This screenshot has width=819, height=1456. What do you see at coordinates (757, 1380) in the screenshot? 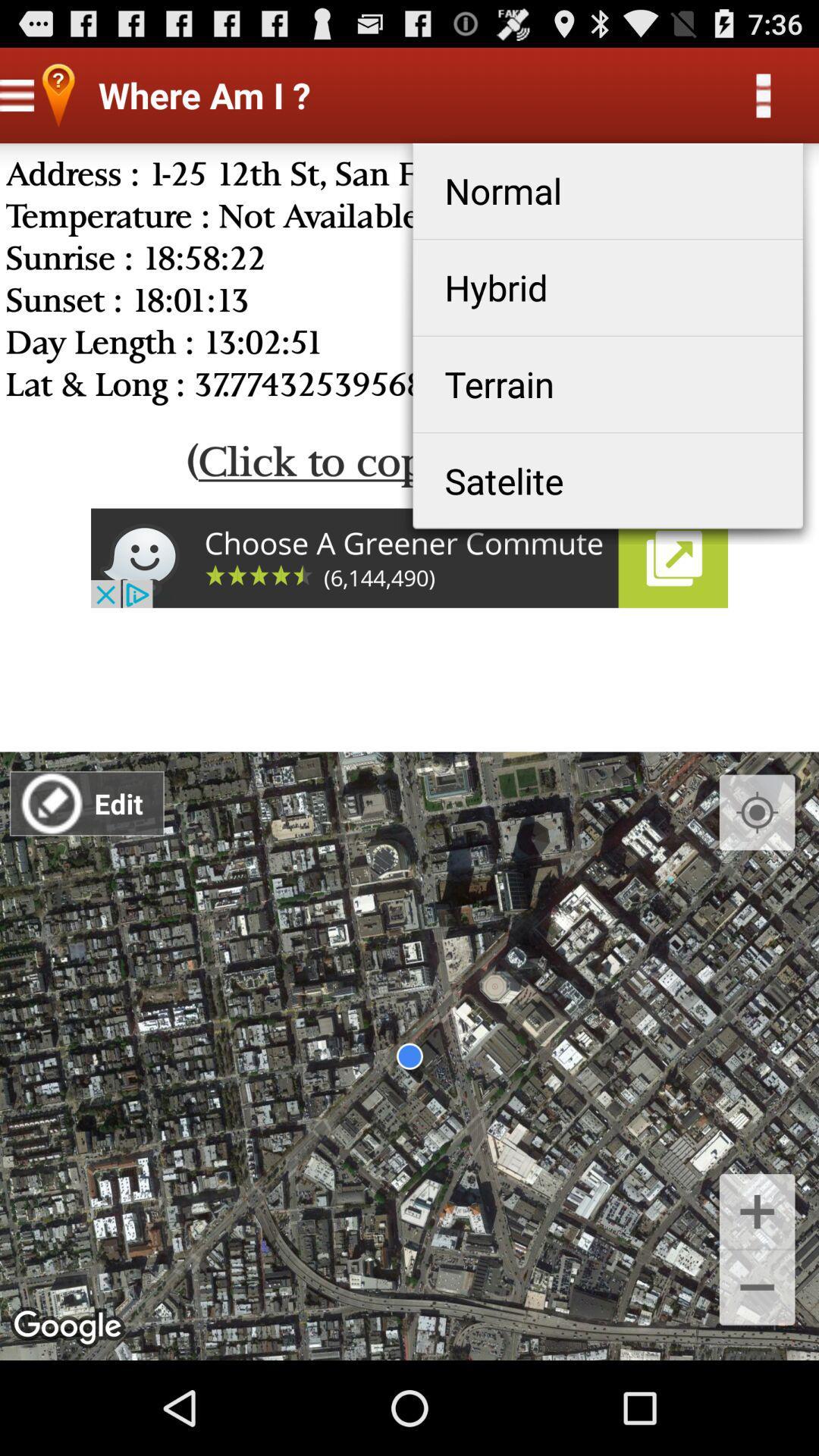
I see `the minus icon` at bounding box center [757, 1380].